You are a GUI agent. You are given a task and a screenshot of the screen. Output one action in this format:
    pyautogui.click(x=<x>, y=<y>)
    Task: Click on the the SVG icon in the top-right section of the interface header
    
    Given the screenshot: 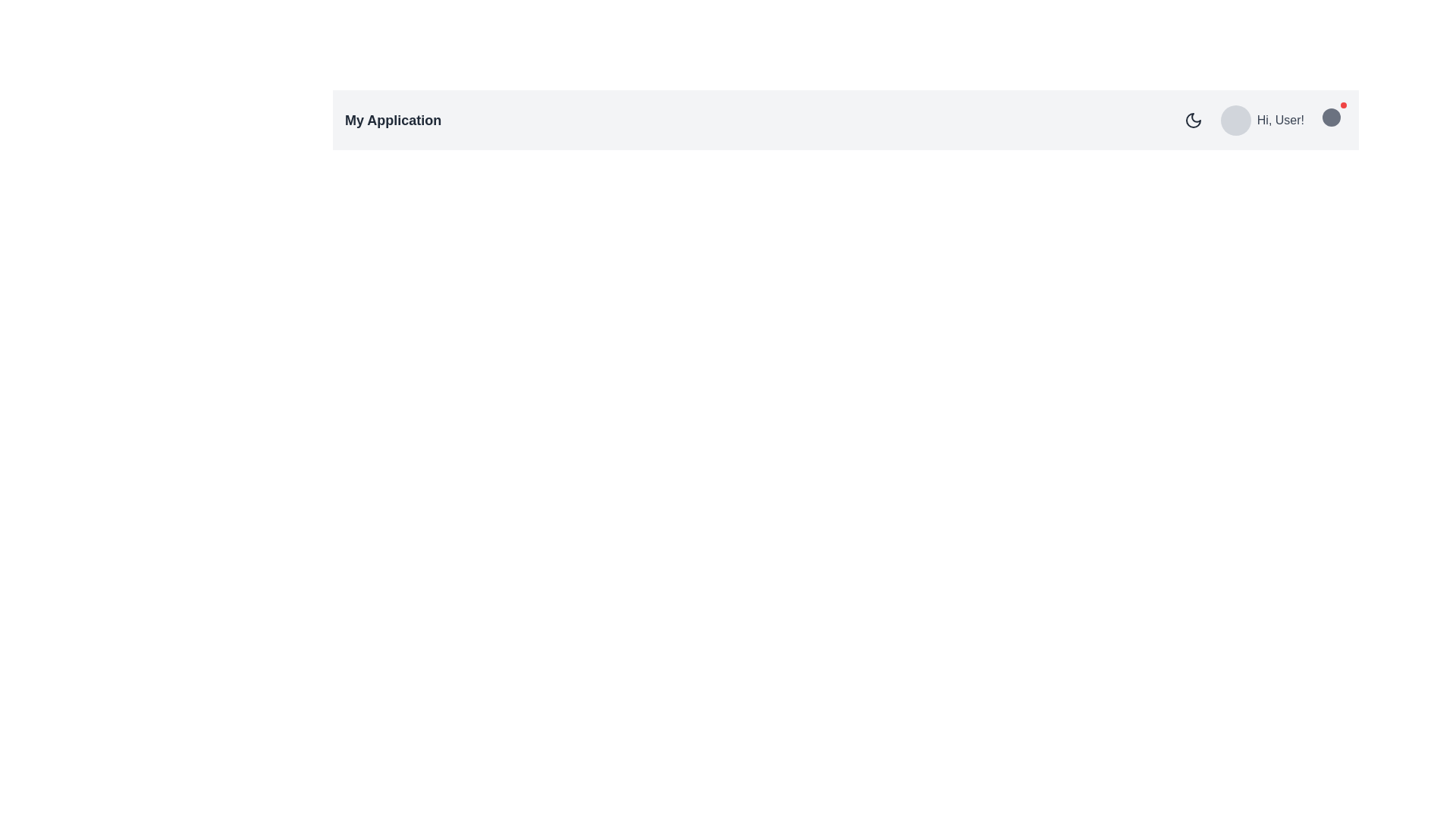 What is the action you would take?
    pyautogui.click(x=1192, y=119)
    